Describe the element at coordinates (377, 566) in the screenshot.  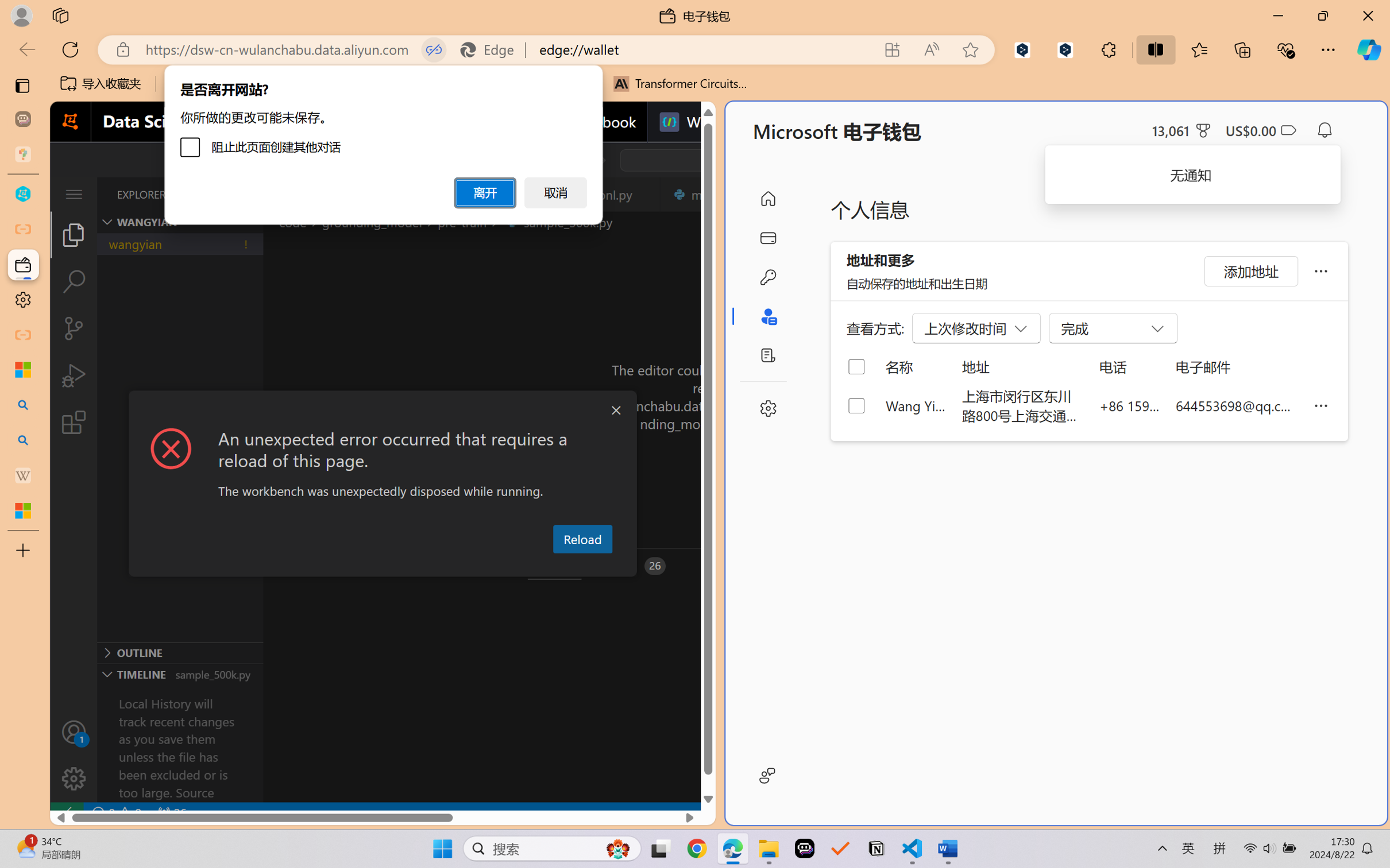
I see `'Output (Ctrl+Shift+U)'` at that location.